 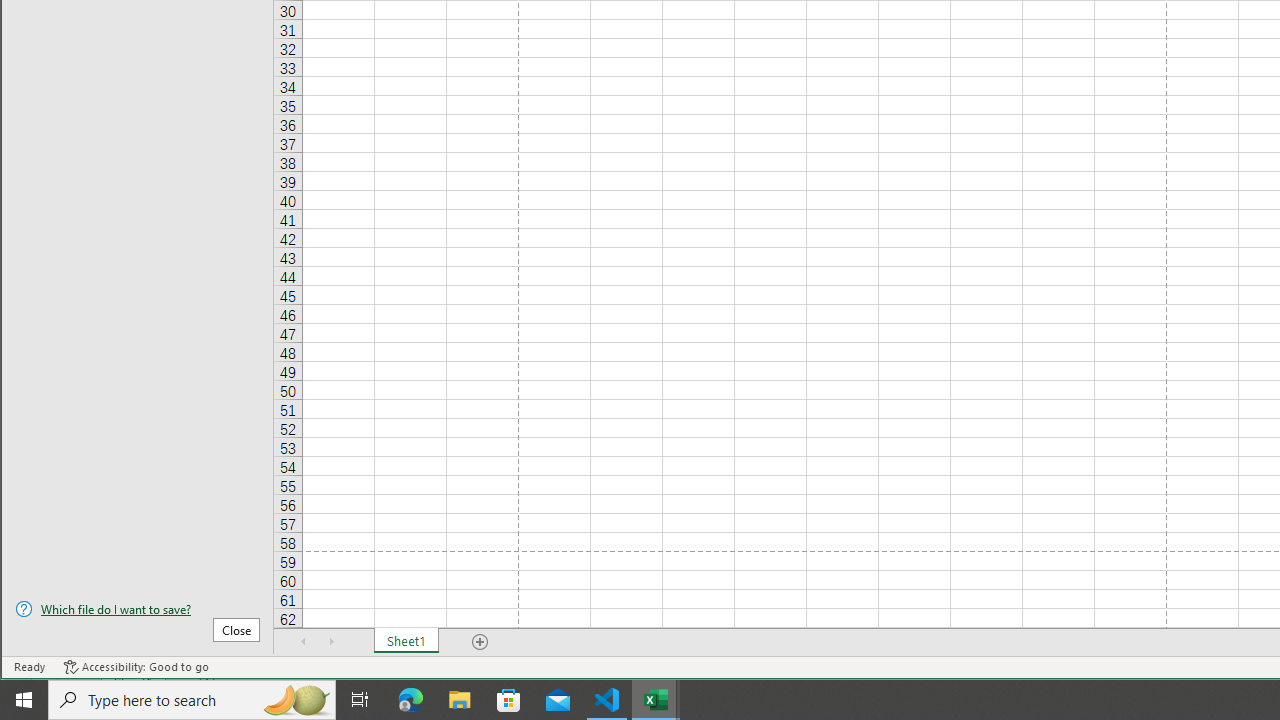 I want to click on 'Visual Studio Code - 1 running window', so click(x=606, y=698).